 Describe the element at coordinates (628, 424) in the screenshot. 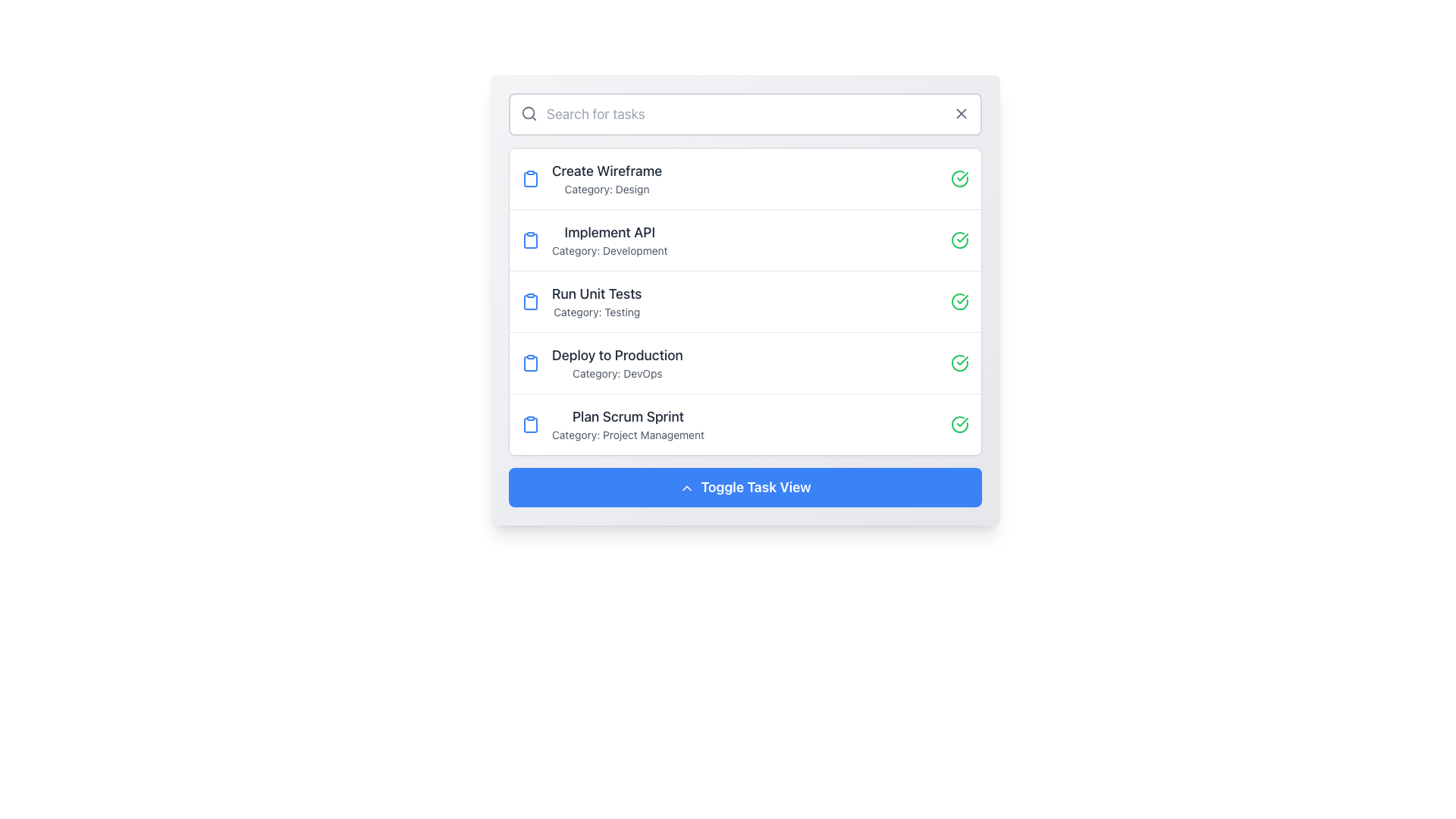

I see `the list item displaying 'Plan Scrum Sprint' with a subtext of 'Category: Project Management'` at that location.